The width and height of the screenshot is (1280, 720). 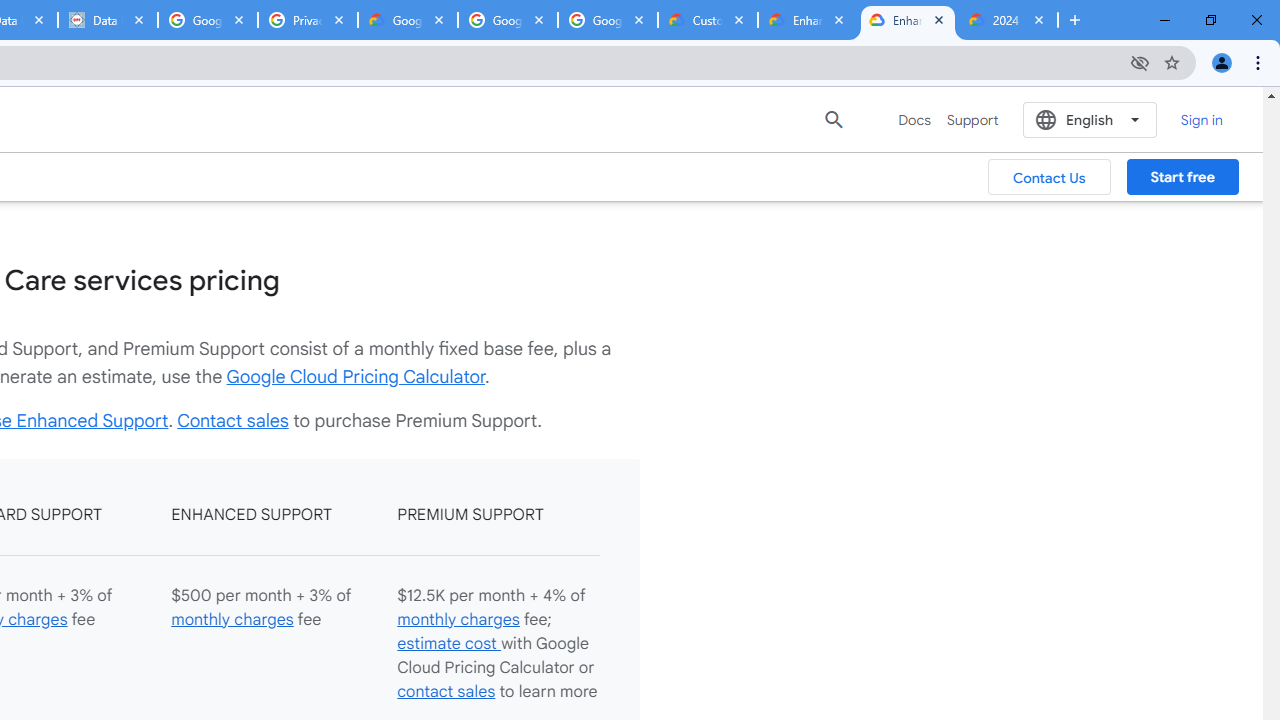 I want to click on 'Chrome', so click(x=1259, y=61).